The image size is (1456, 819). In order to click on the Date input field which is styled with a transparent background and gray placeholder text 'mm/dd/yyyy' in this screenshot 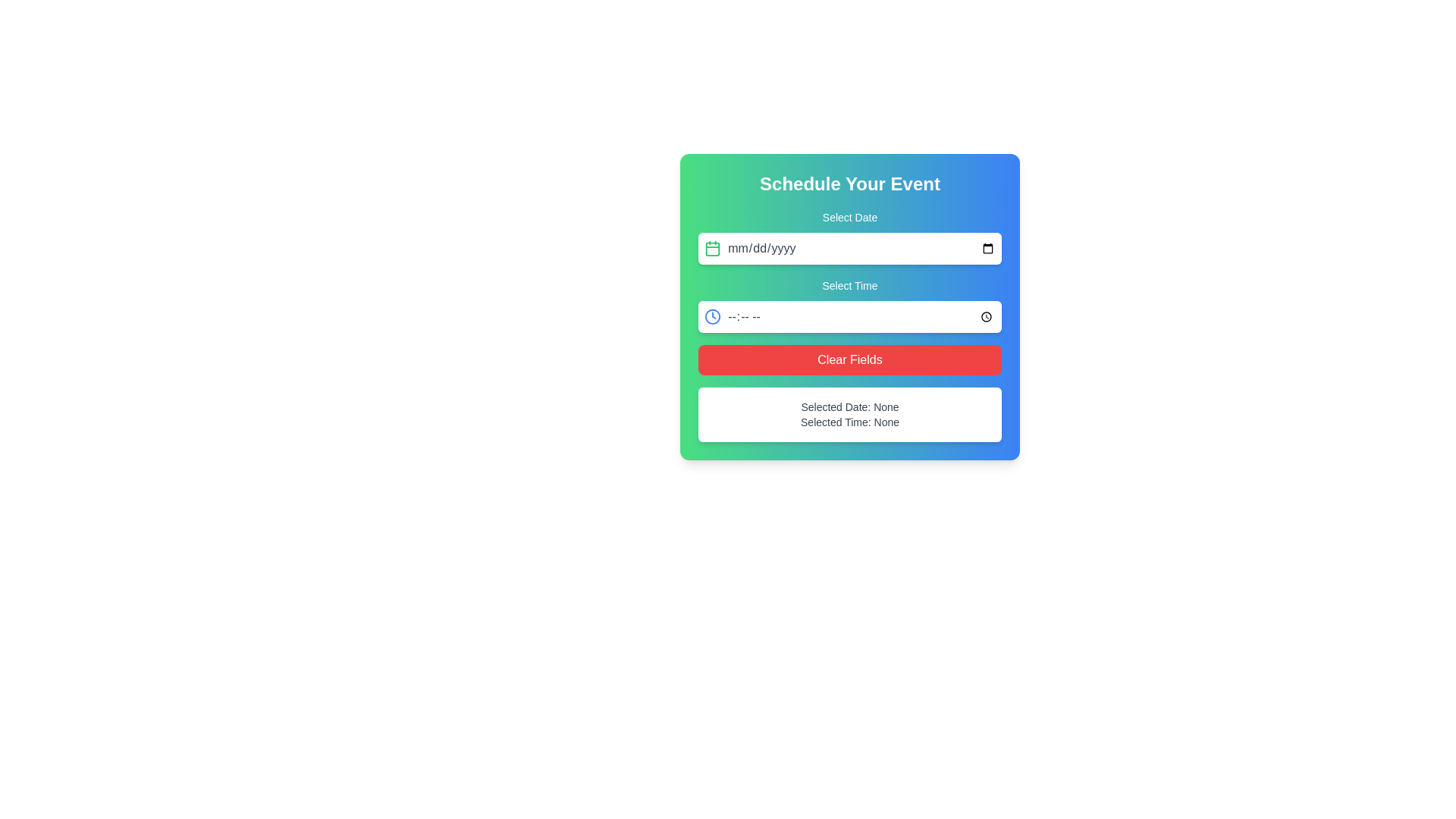, I will do `click(861, 247)`.